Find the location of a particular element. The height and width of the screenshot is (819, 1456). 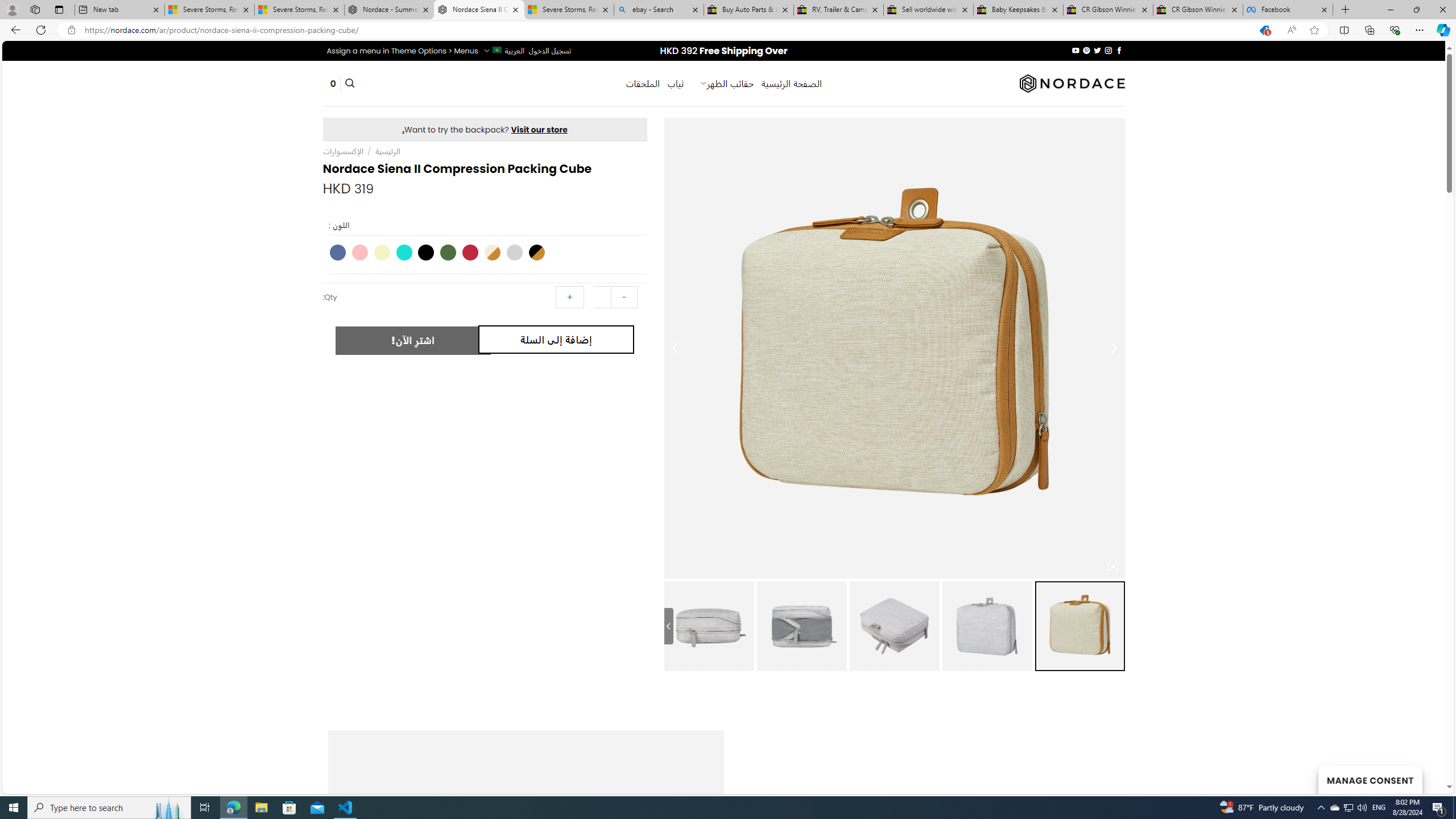

'-' is located at coordinates (623, 296).